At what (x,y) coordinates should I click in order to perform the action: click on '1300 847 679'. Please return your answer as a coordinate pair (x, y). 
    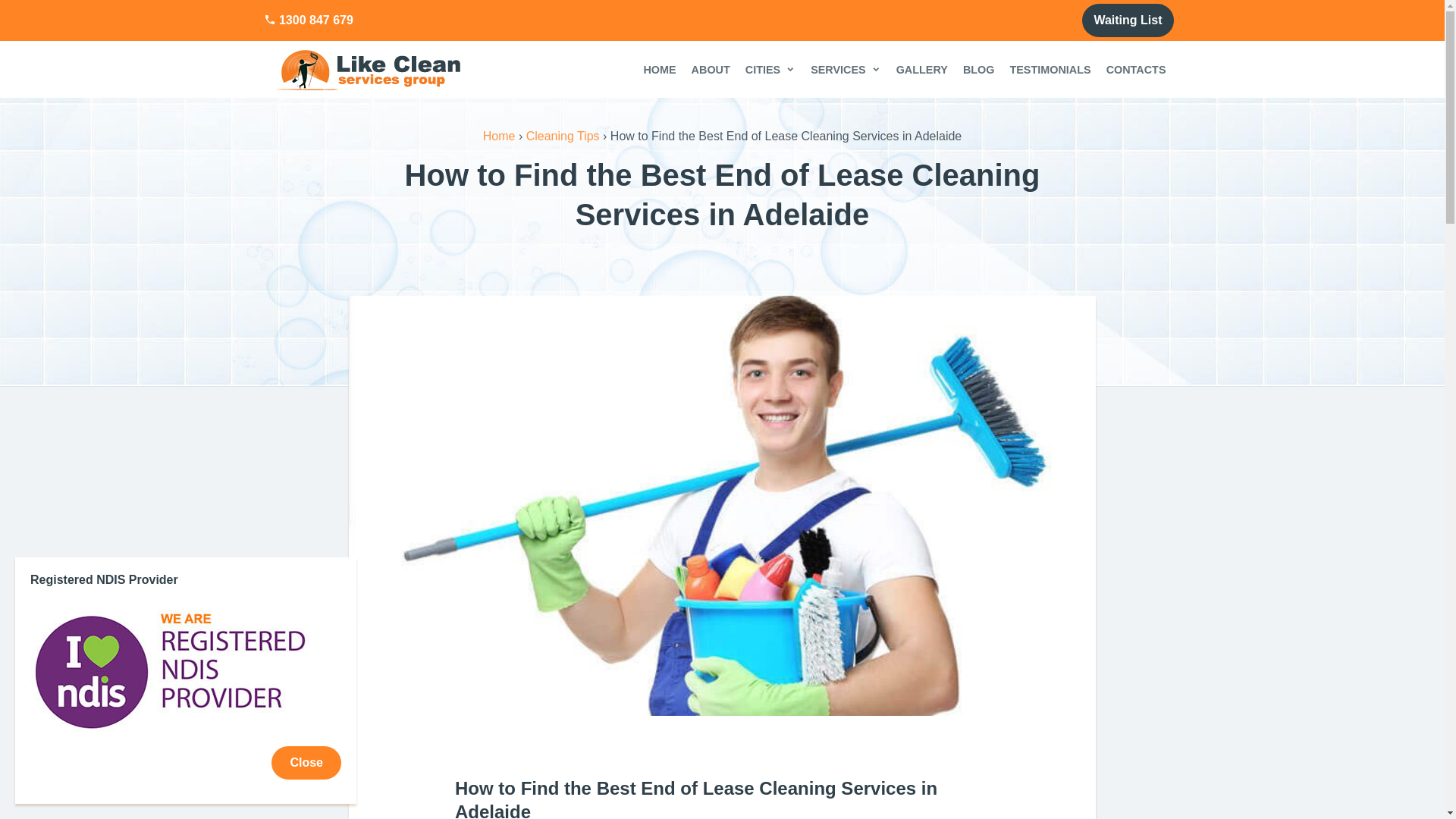
    Looking at the image, I should click on (308, 20).